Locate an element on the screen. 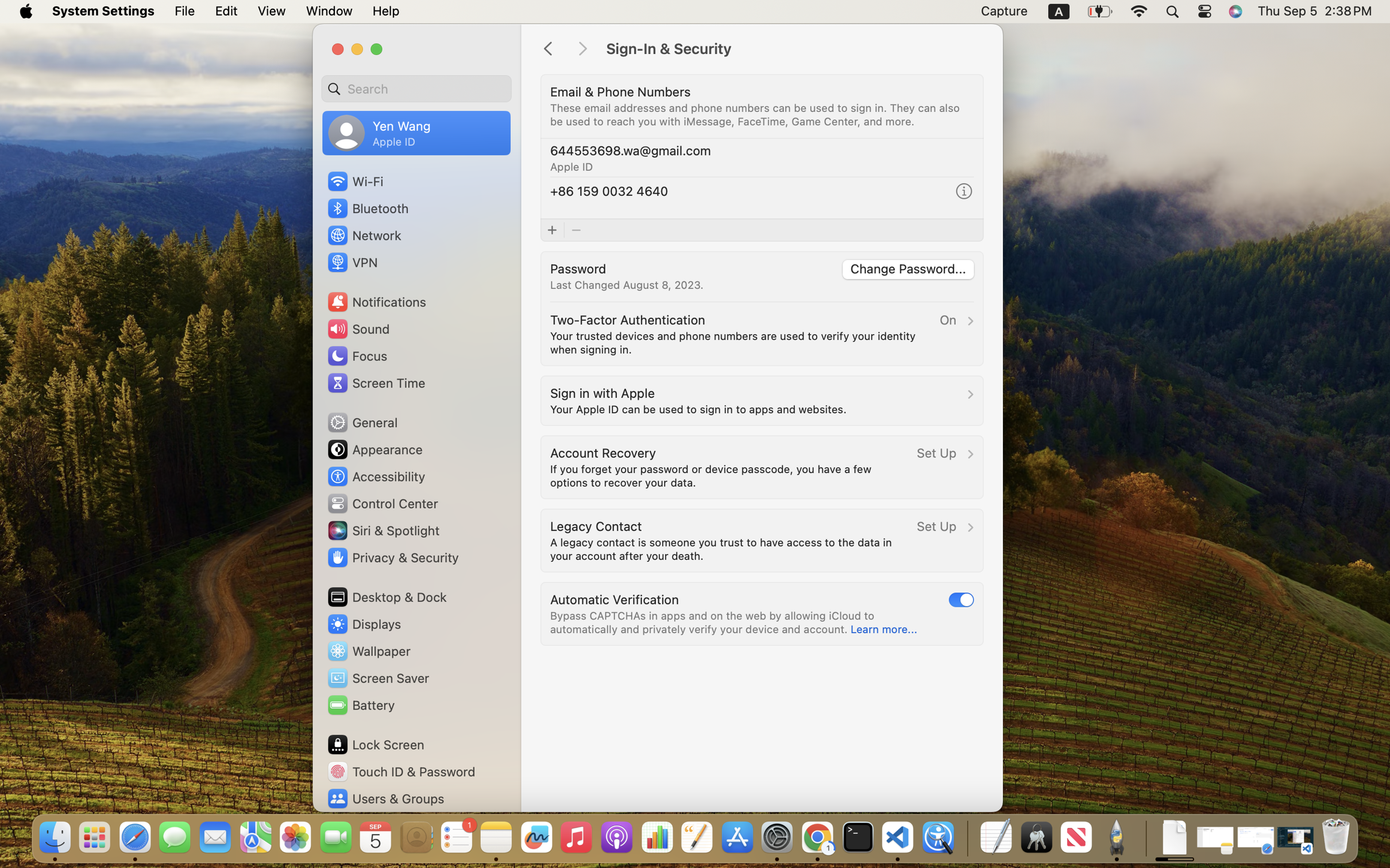 The height and width of the screenshot is (868, 1390). 'Users & Groups' is located at coordinates (385, 799).